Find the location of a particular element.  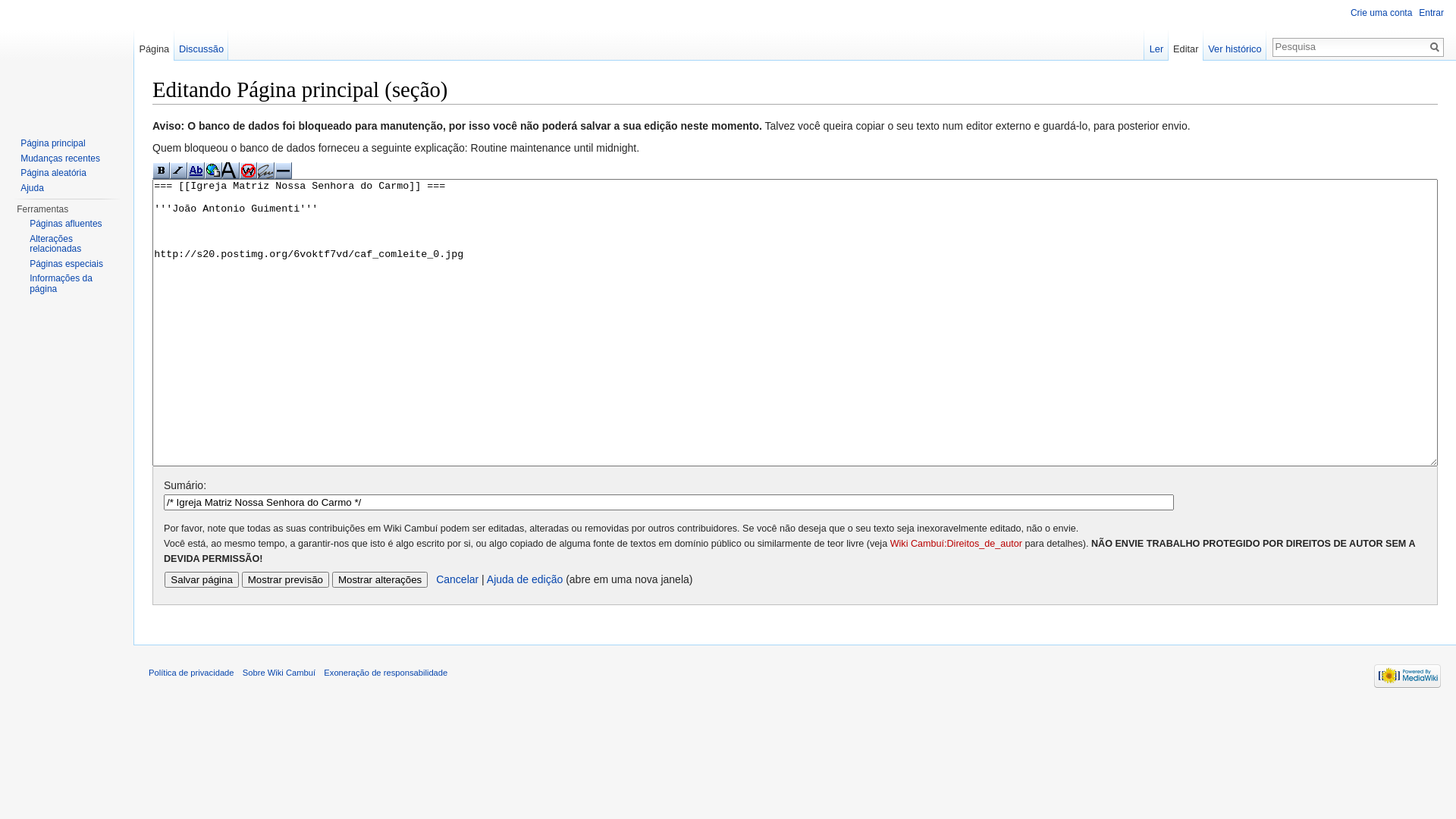

'Ler' is located at coordinates (1144, 45).